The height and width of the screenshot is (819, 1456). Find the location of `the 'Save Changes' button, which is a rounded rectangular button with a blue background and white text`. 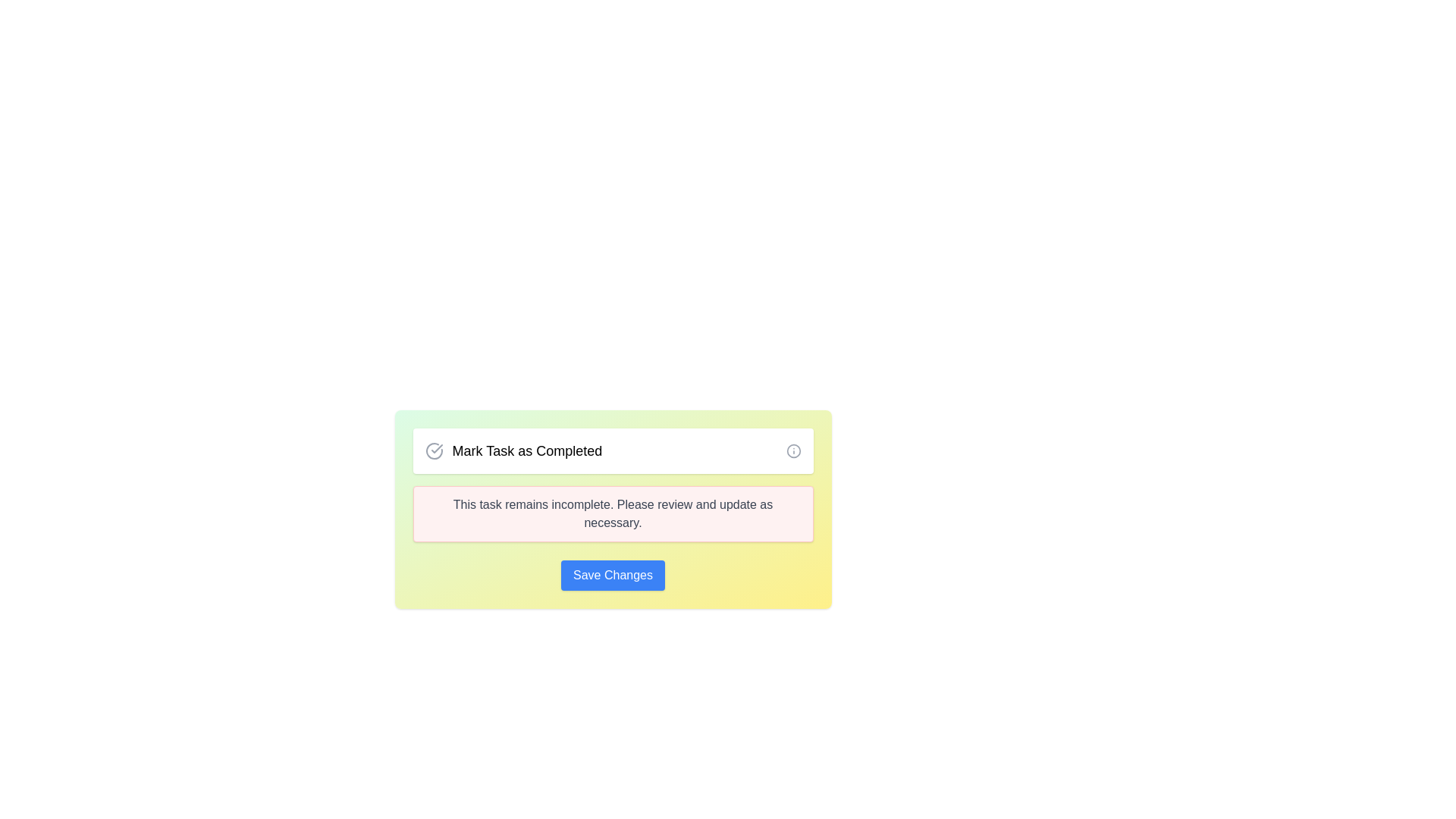

the 'Save Changes' button, which is a rounded rectangular button with a blue background and white text is located at coordinates (613, 576).